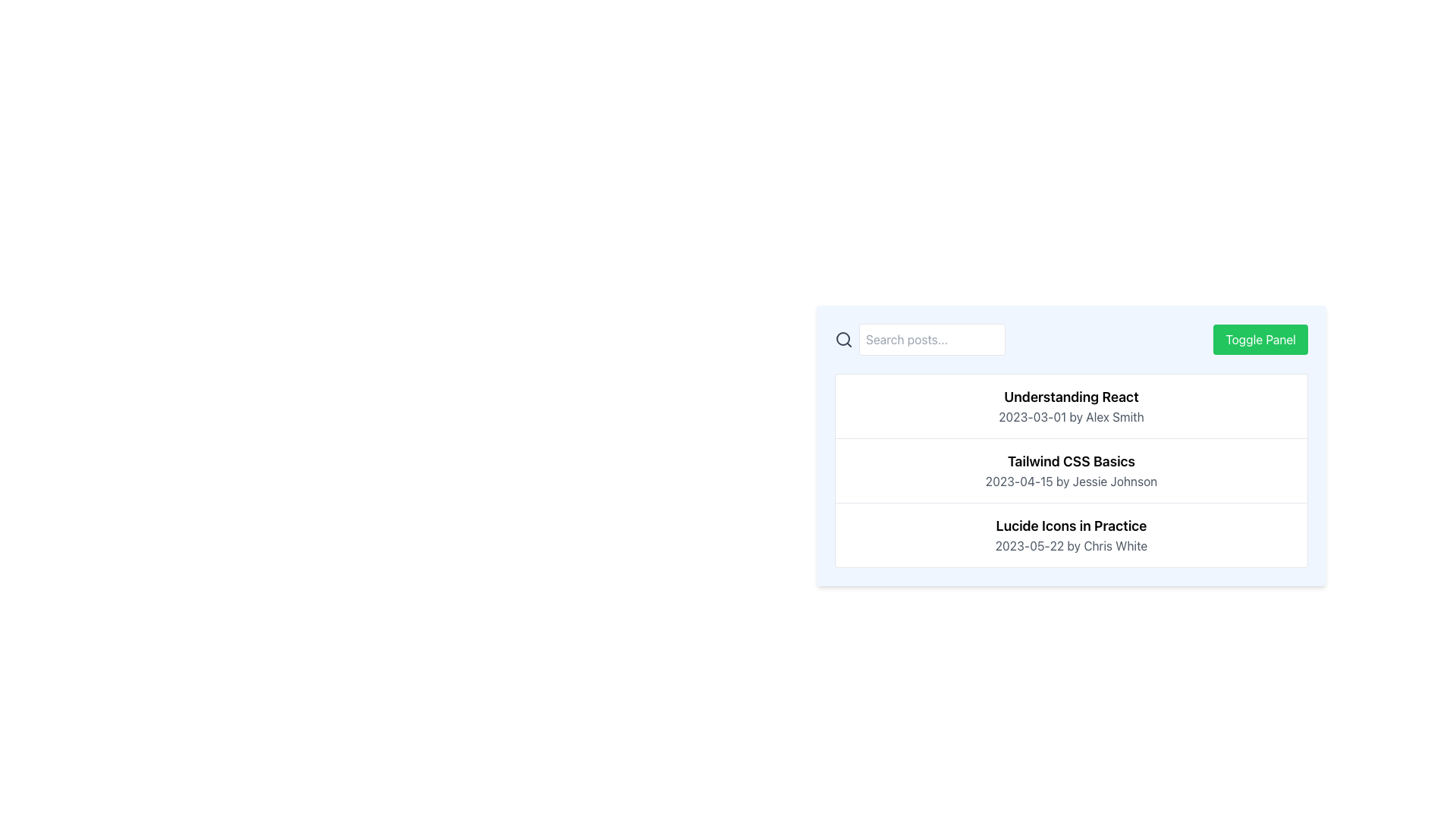 This screenshot has height=819, width=1456. I want to click on the static text element that provides metadata about the blog post, located below the 'Tailwind CSS Basics' text, so click(1070, 482).